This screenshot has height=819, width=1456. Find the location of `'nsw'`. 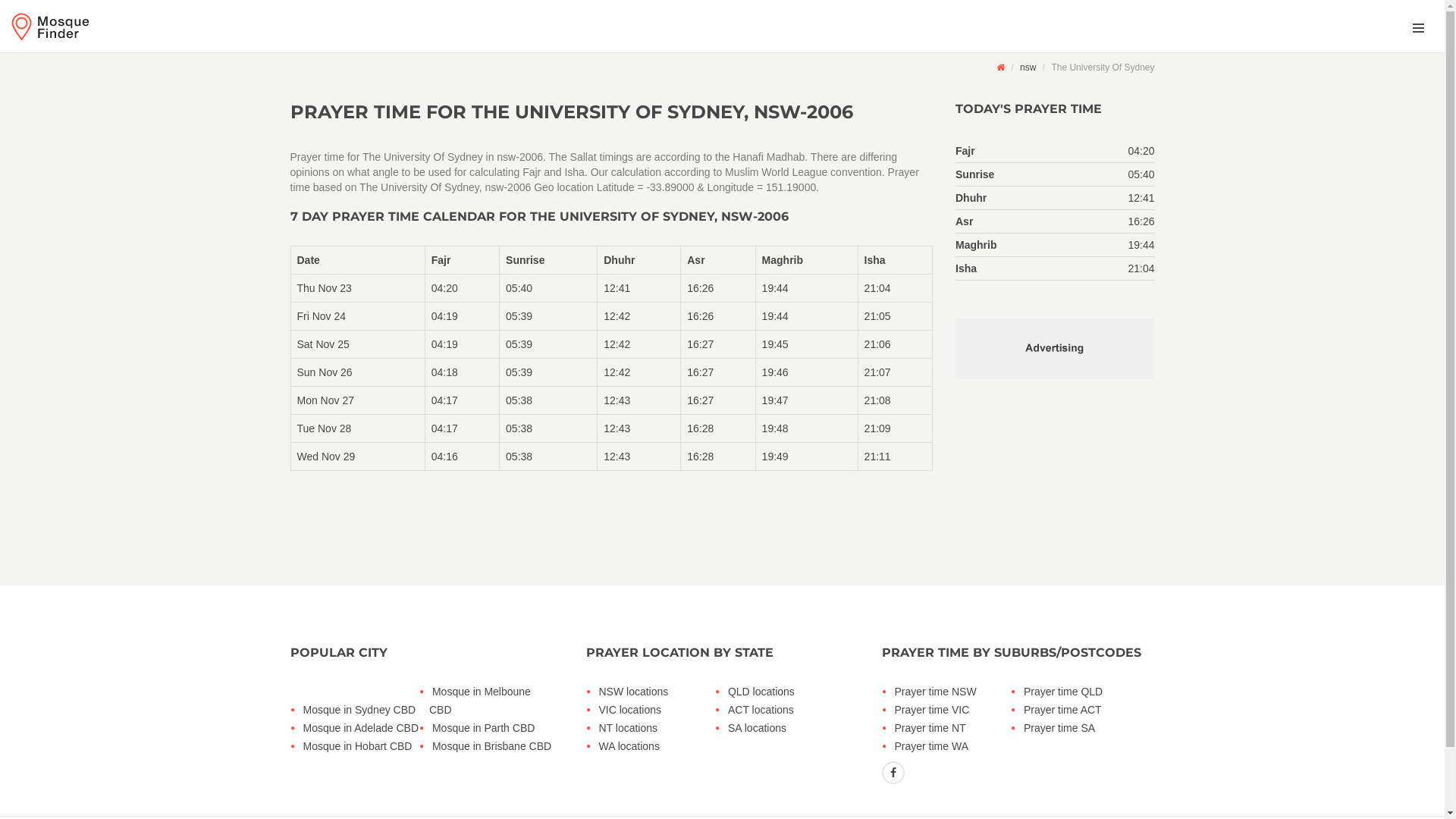

'nsw' is located at coordinates (1028, 66).